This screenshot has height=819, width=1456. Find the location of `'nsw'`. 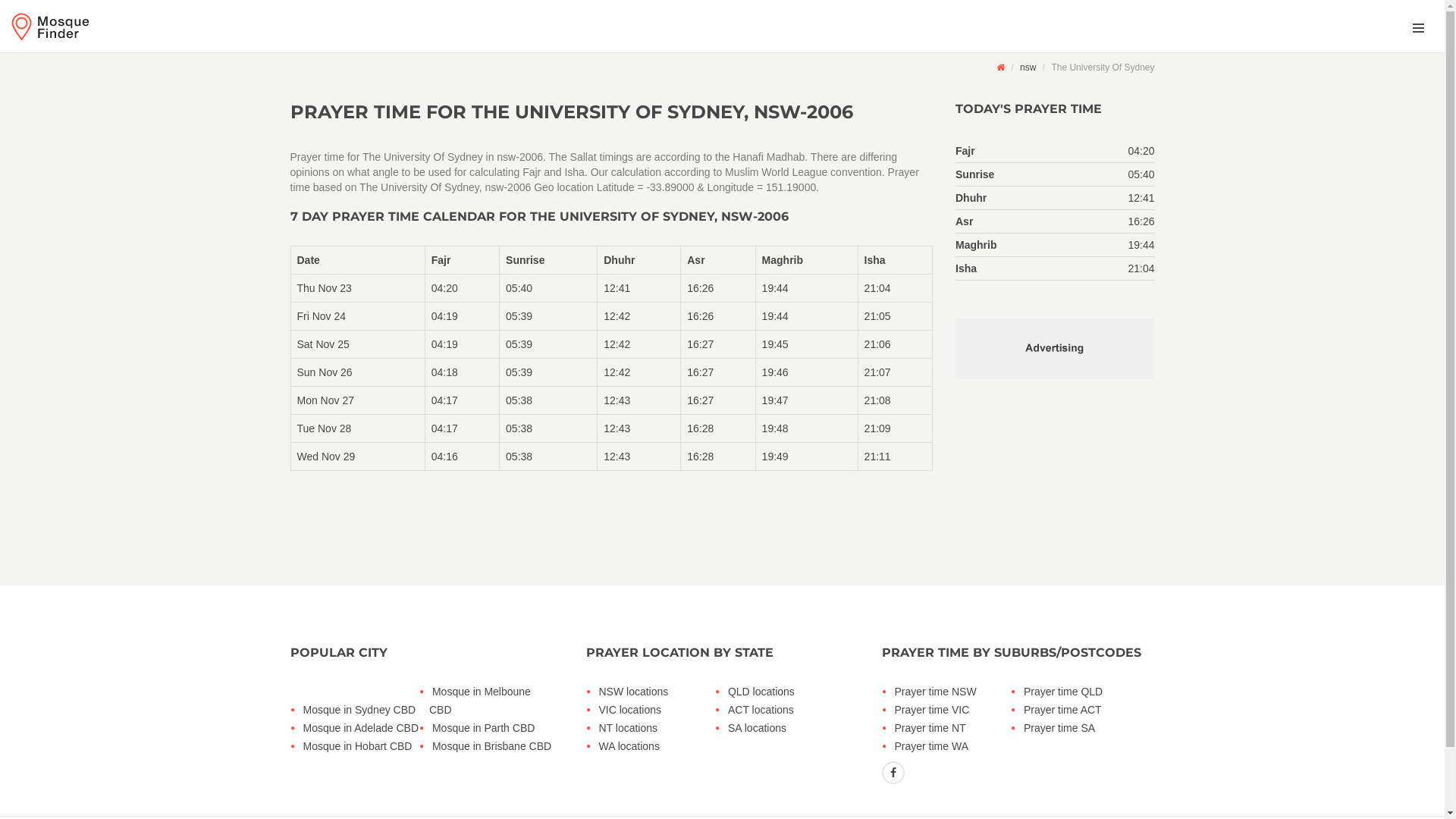

'nsw' is located at coordinates (1028, 66).